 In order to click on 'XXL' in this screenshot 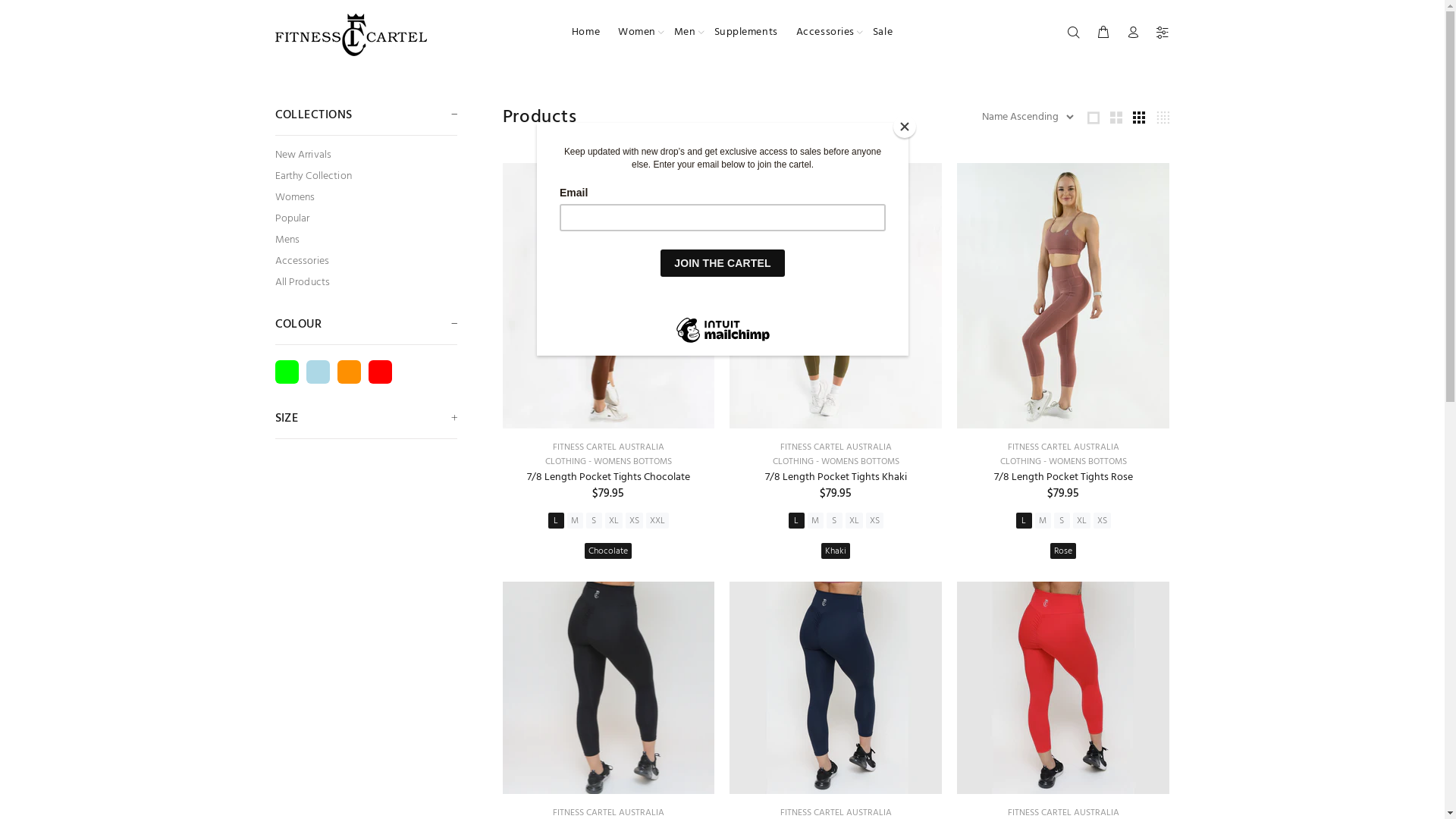, I will do `click(645, 519)`.